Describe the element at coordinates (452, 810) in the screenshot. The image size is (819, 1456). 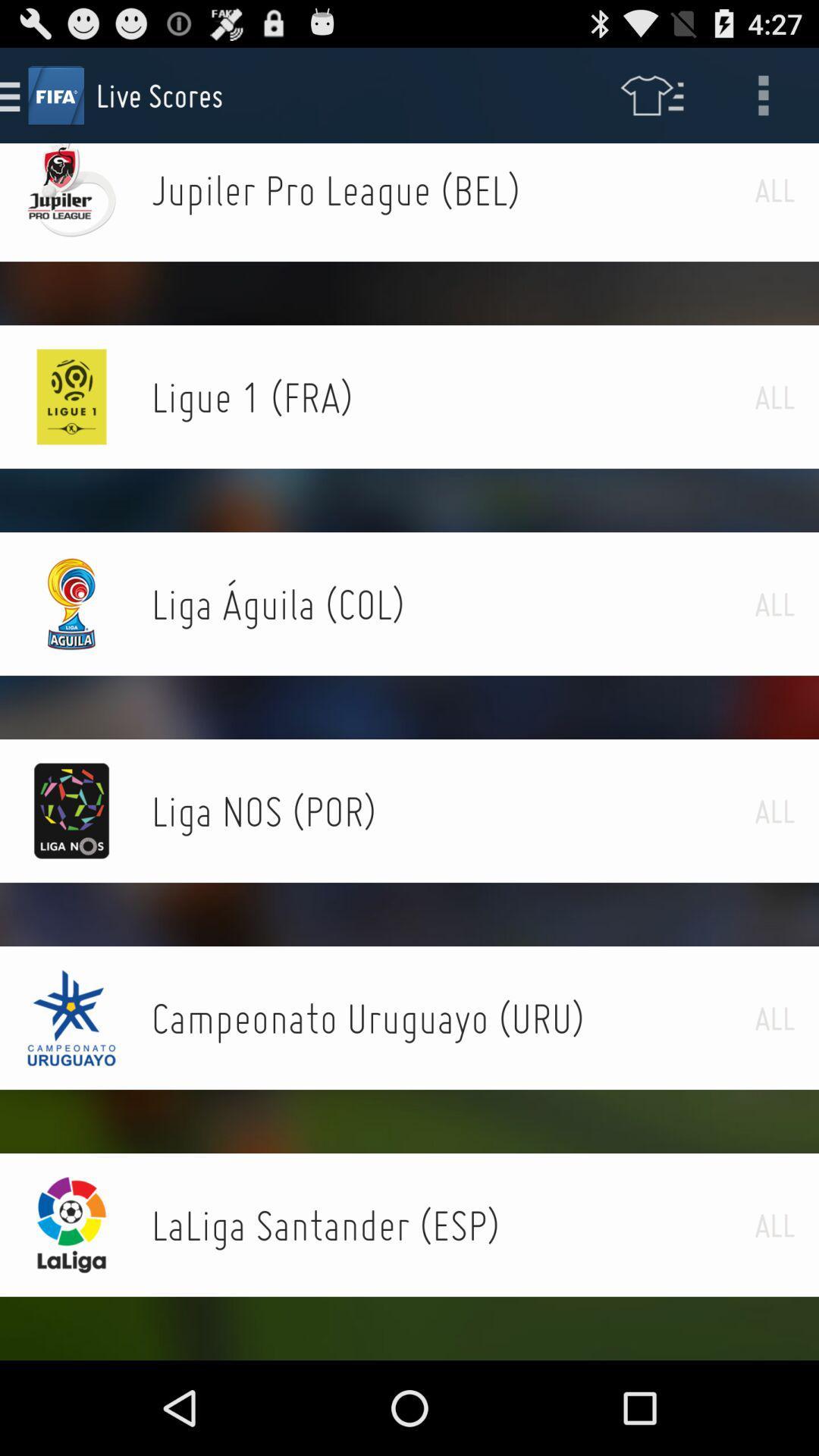
I see `icon to the left of the all item` at that location.